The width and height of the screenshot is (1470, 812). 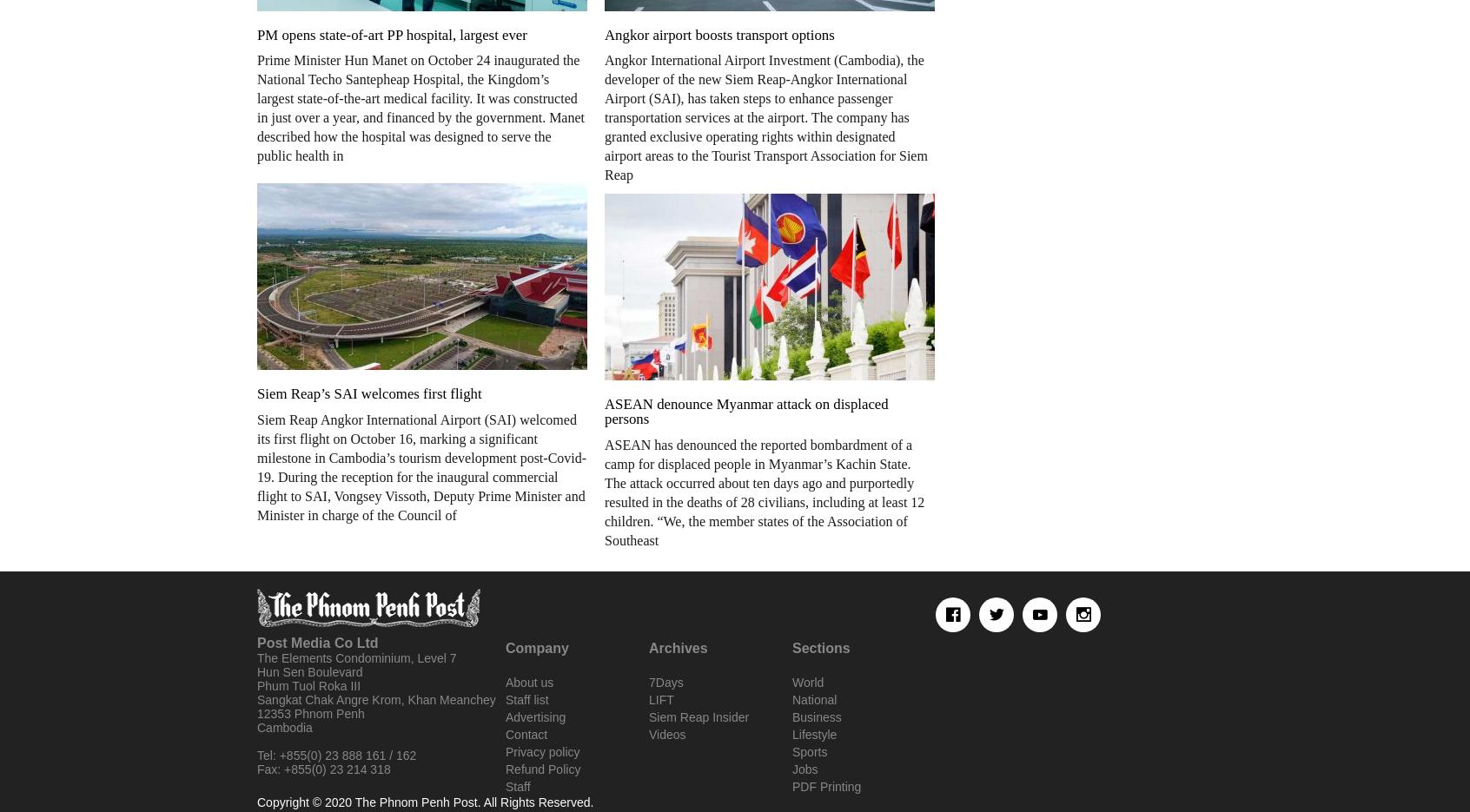 I want to click on 'World', so click(x=807, y=681).